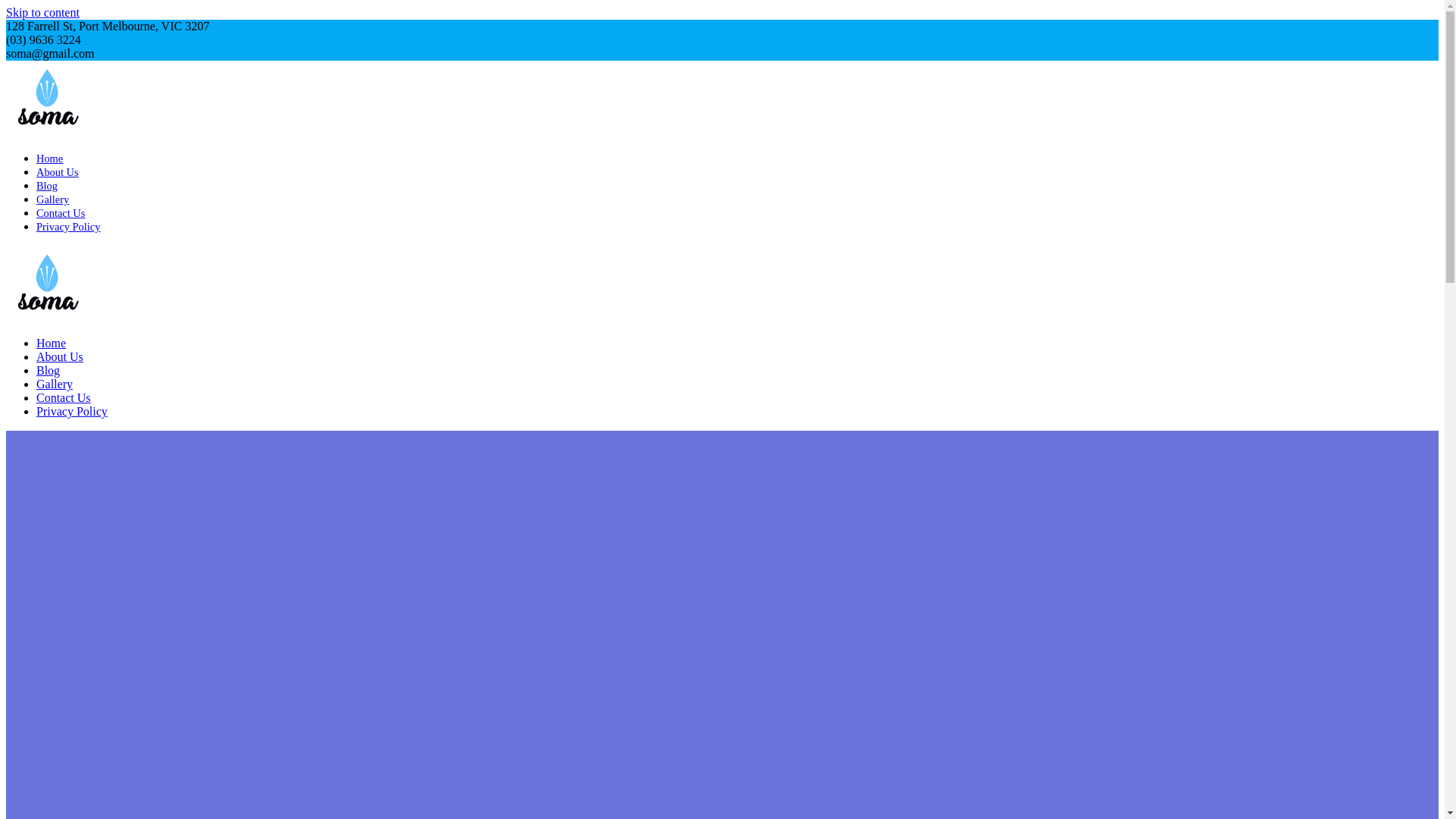  What do you see at coordinates (71, 411) in the screenshot?
I see `'Privacy Policy'` at bounding box center [71, 411].